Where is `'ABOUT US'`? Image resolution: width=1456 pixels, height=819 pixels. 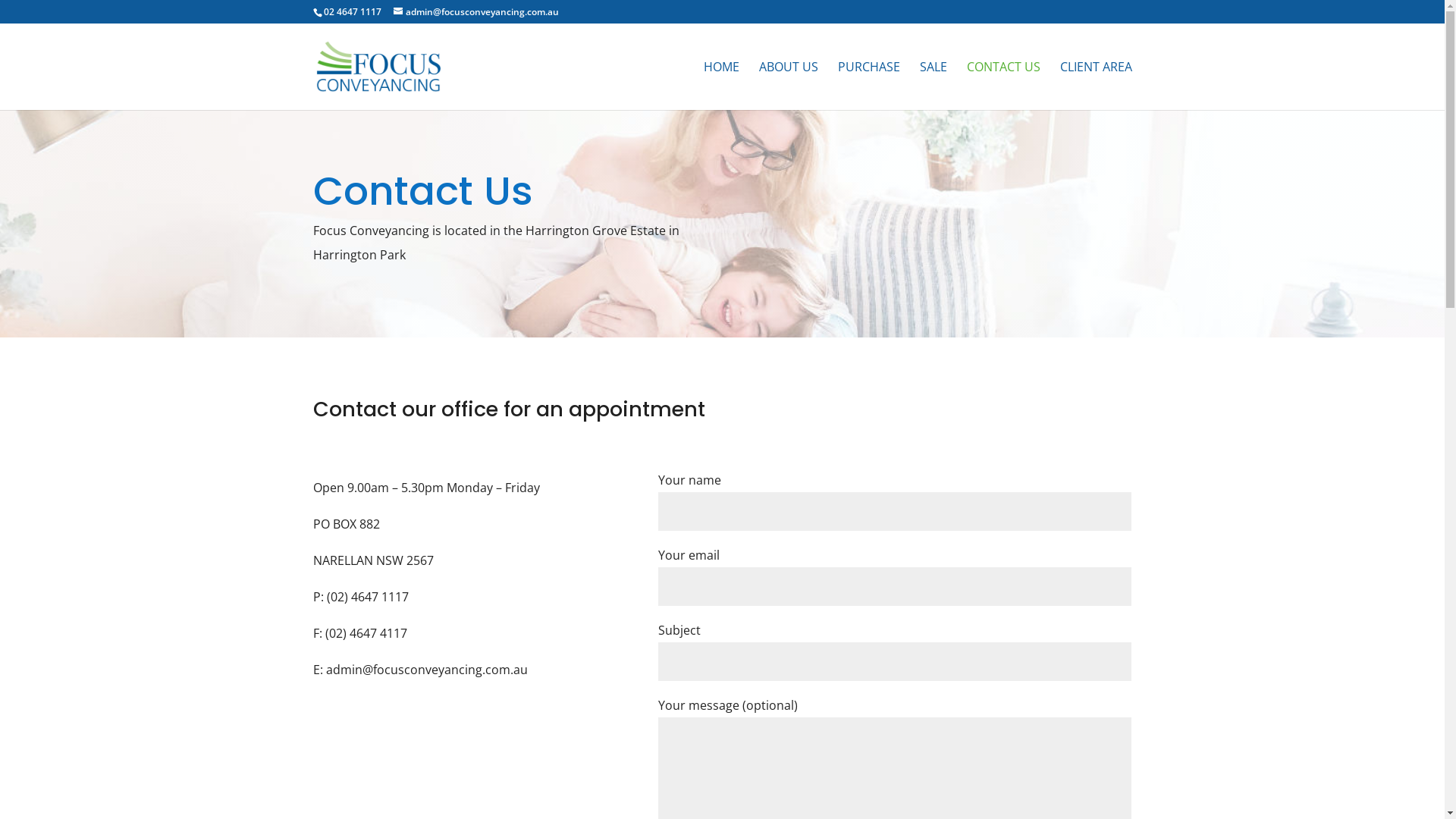 'ABOUT US' is located at coordinates (787, 85).